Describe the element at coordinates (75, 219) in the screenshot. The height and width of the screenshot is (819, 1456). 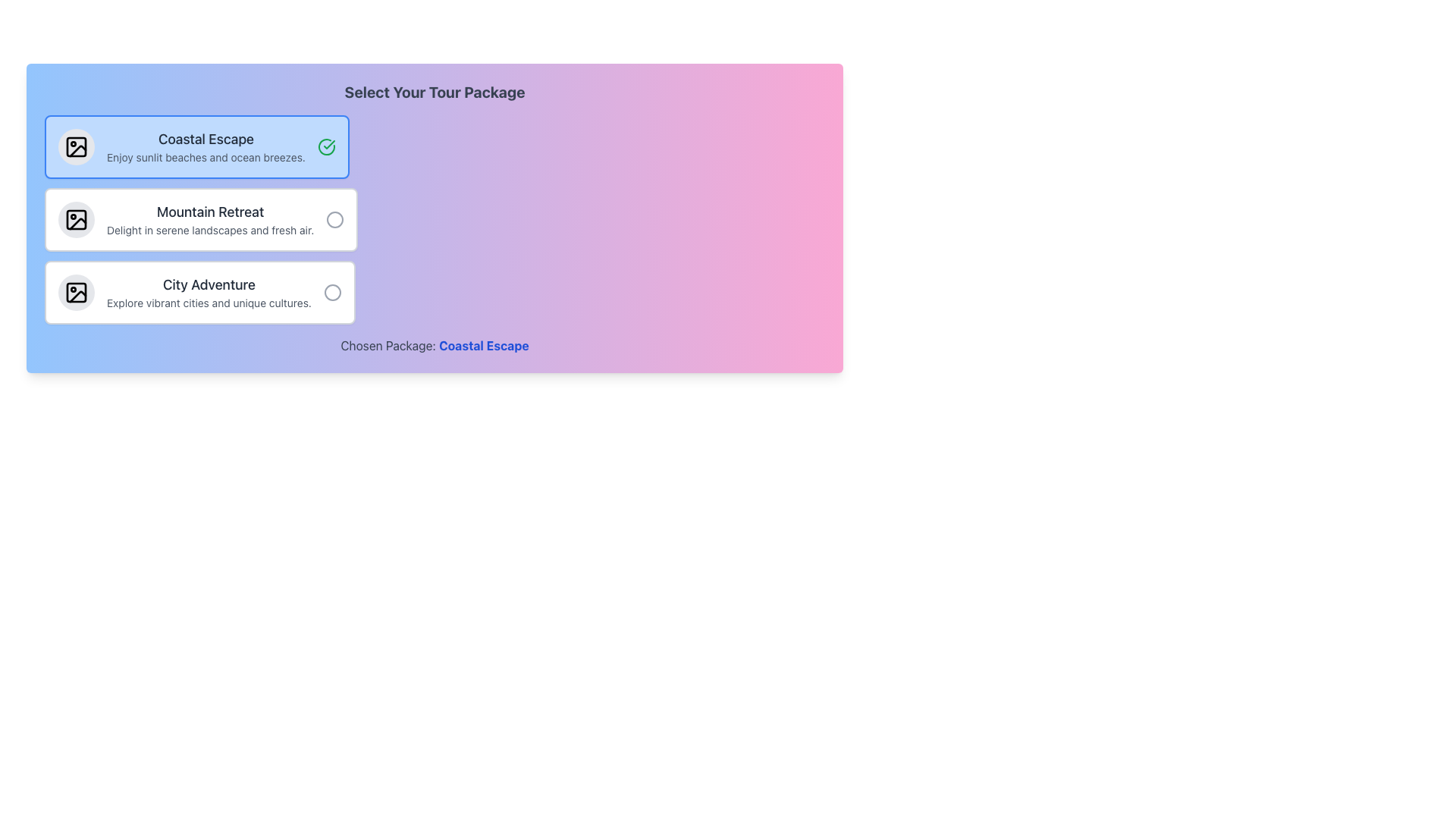
I see `the 'Mountain Retreat' icon located at the far left of the option in the list` at that location.